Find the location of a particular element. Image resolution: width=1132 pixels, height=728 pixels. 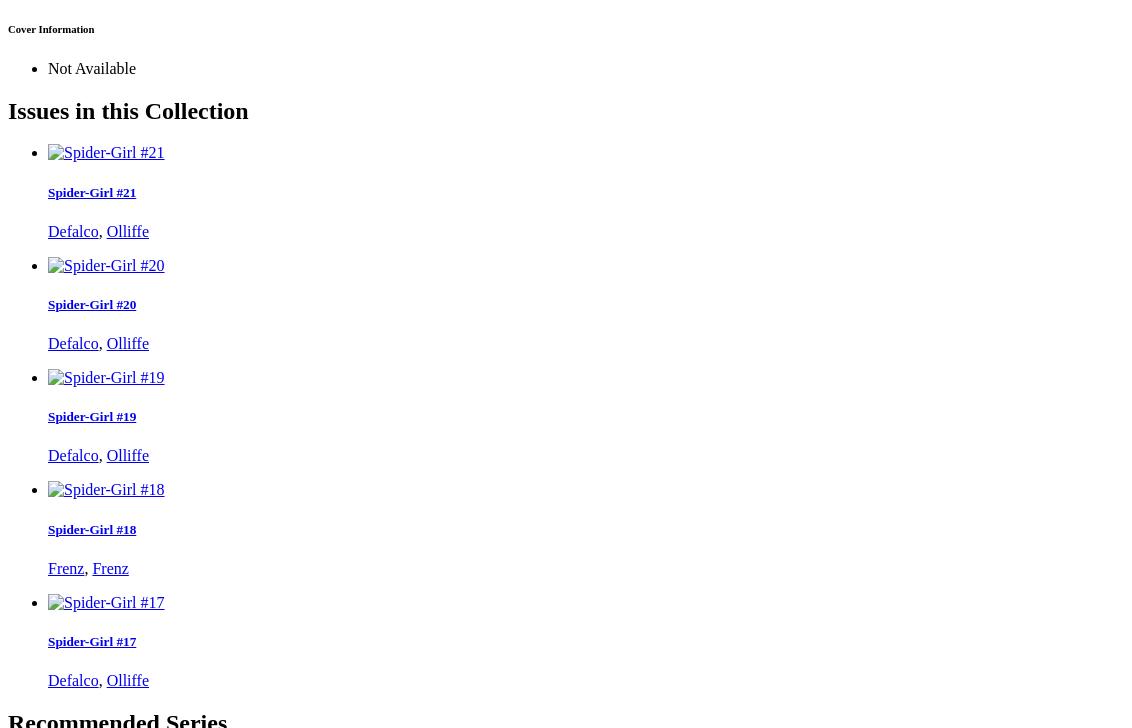

'Spider-Girl #18' is located at coordinates (92, 528).